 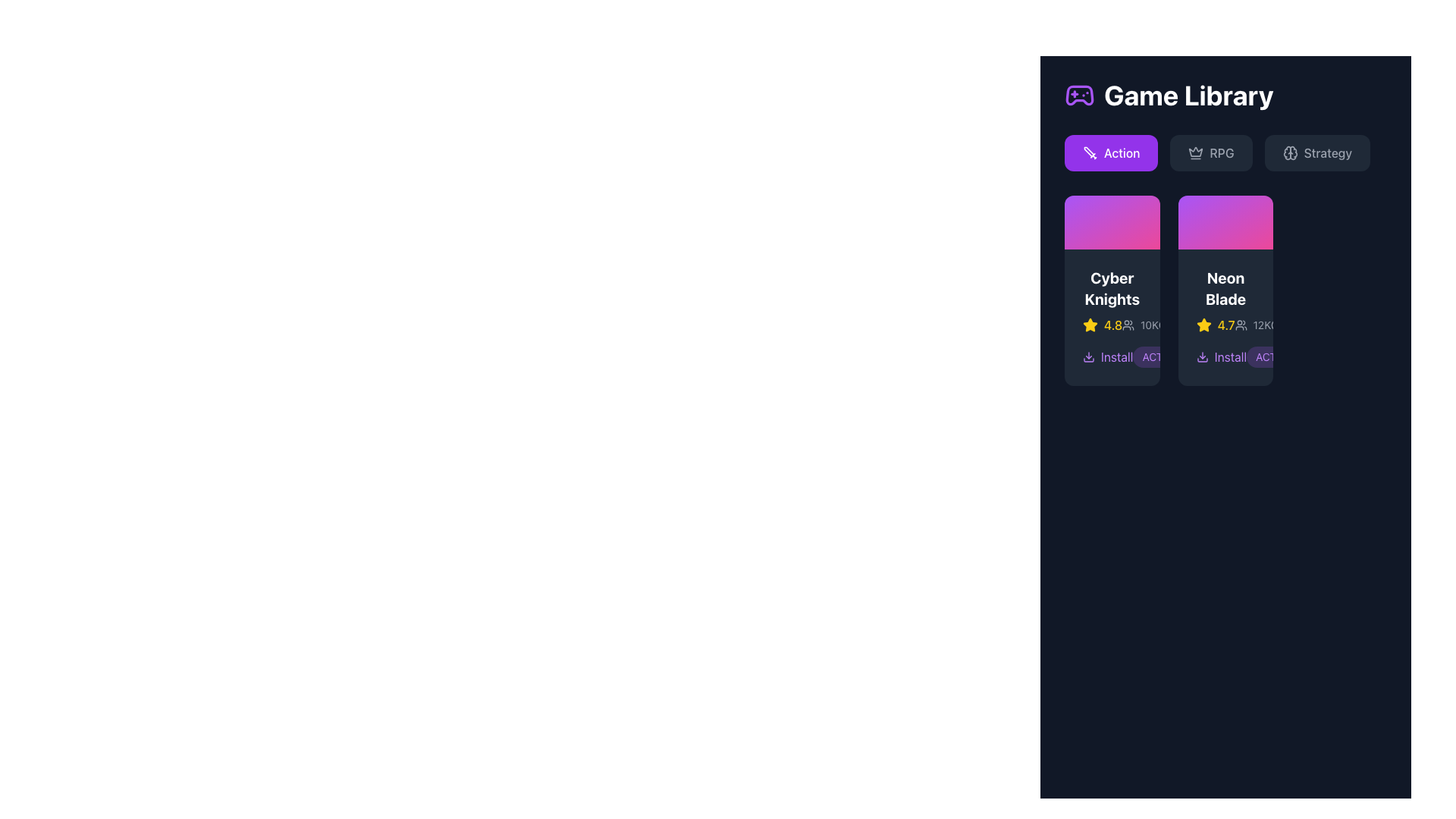 I want to click on the star rating icon located under the title 'Neon Blade' in the second card of the grid, so click(x=1090, y=324).